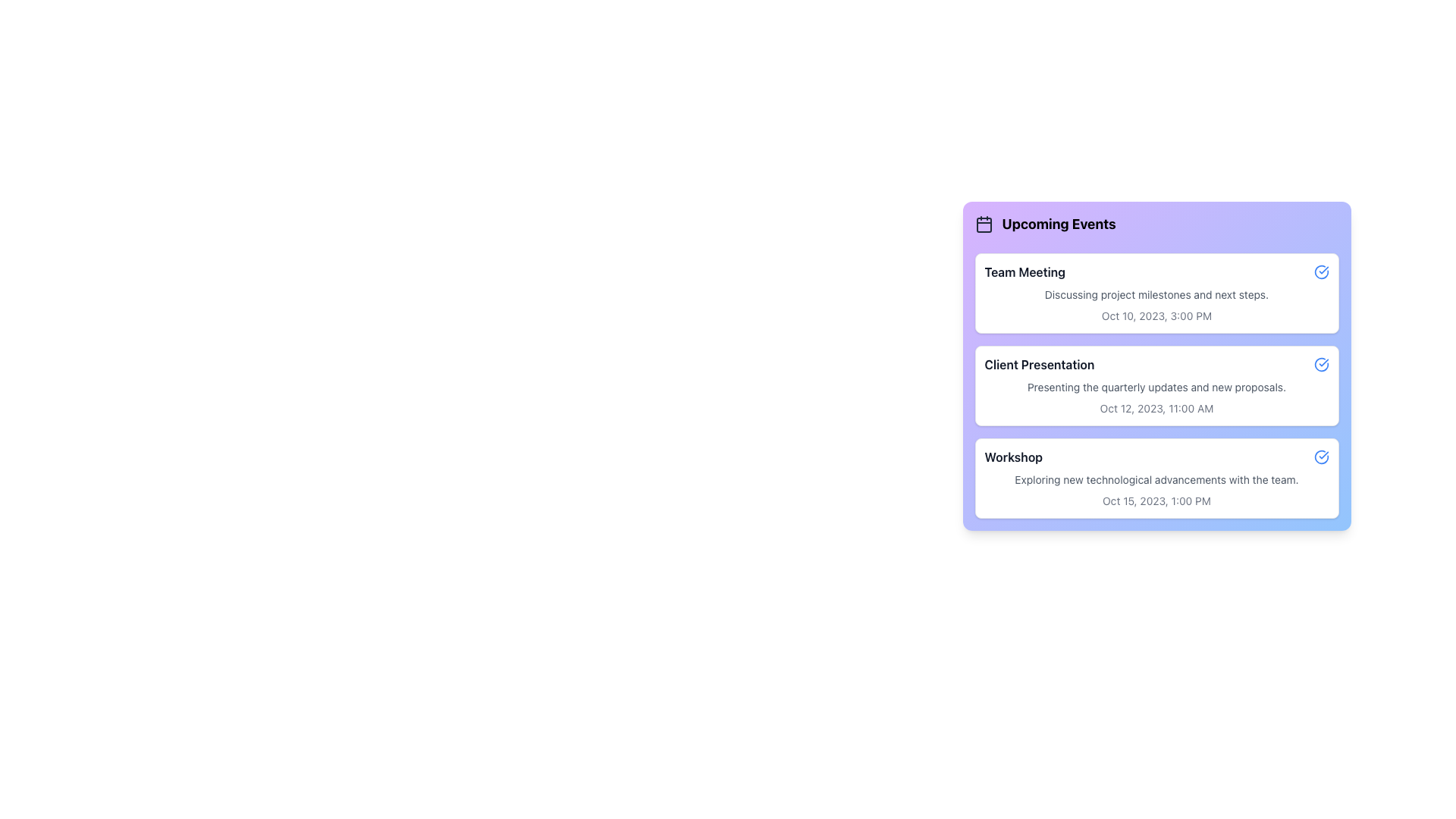 The height and width of the screenshot is (819, 1456). Describe the element at coordinates (1156, 295) in the screenshot. I see `the descriptive text element that summarizes the 'Team Meeting' event, which is centrally aligned below the title and above the date and time text` at that location.